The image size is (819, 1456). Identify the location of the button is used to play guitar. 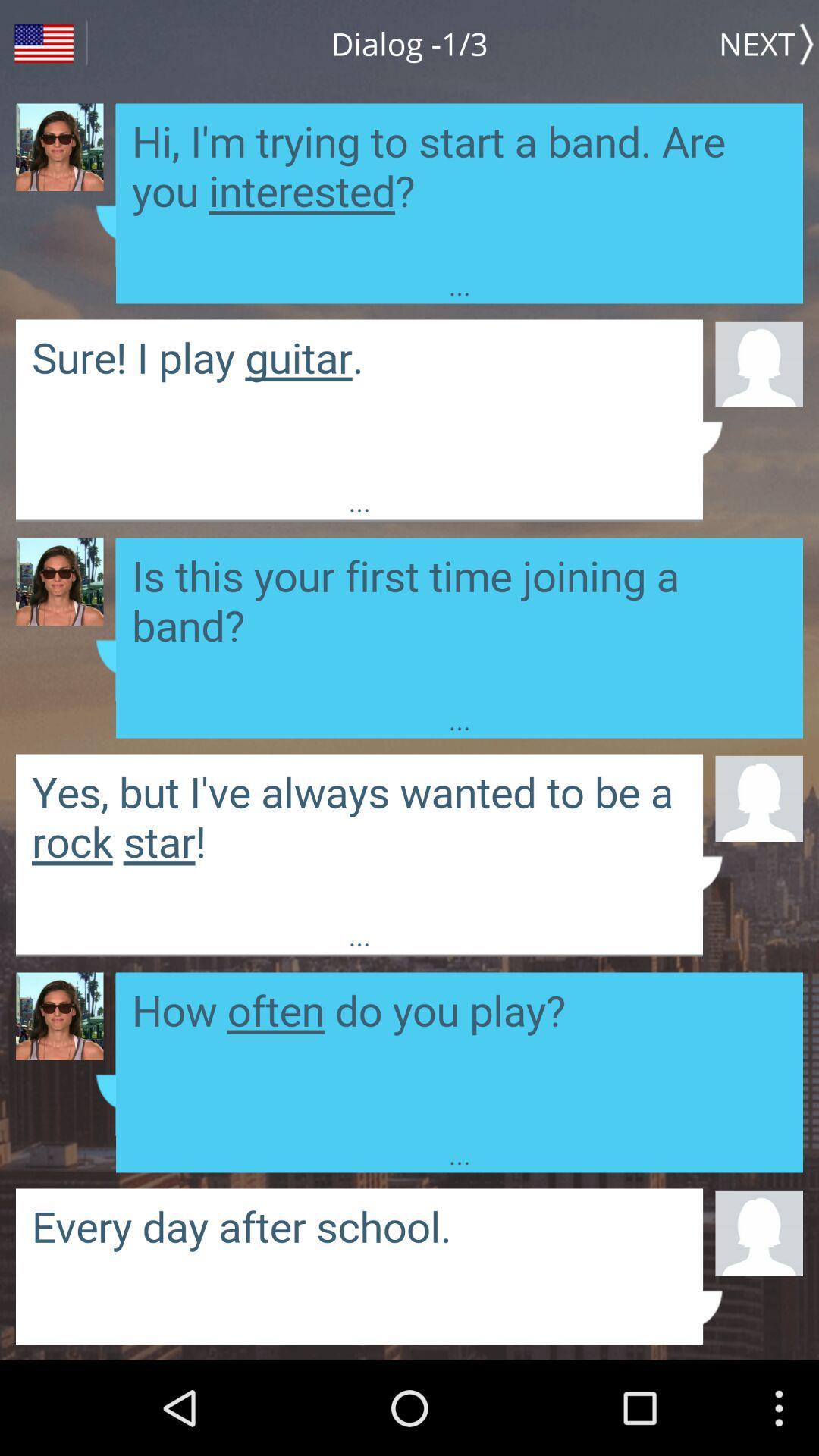
(359, 401).